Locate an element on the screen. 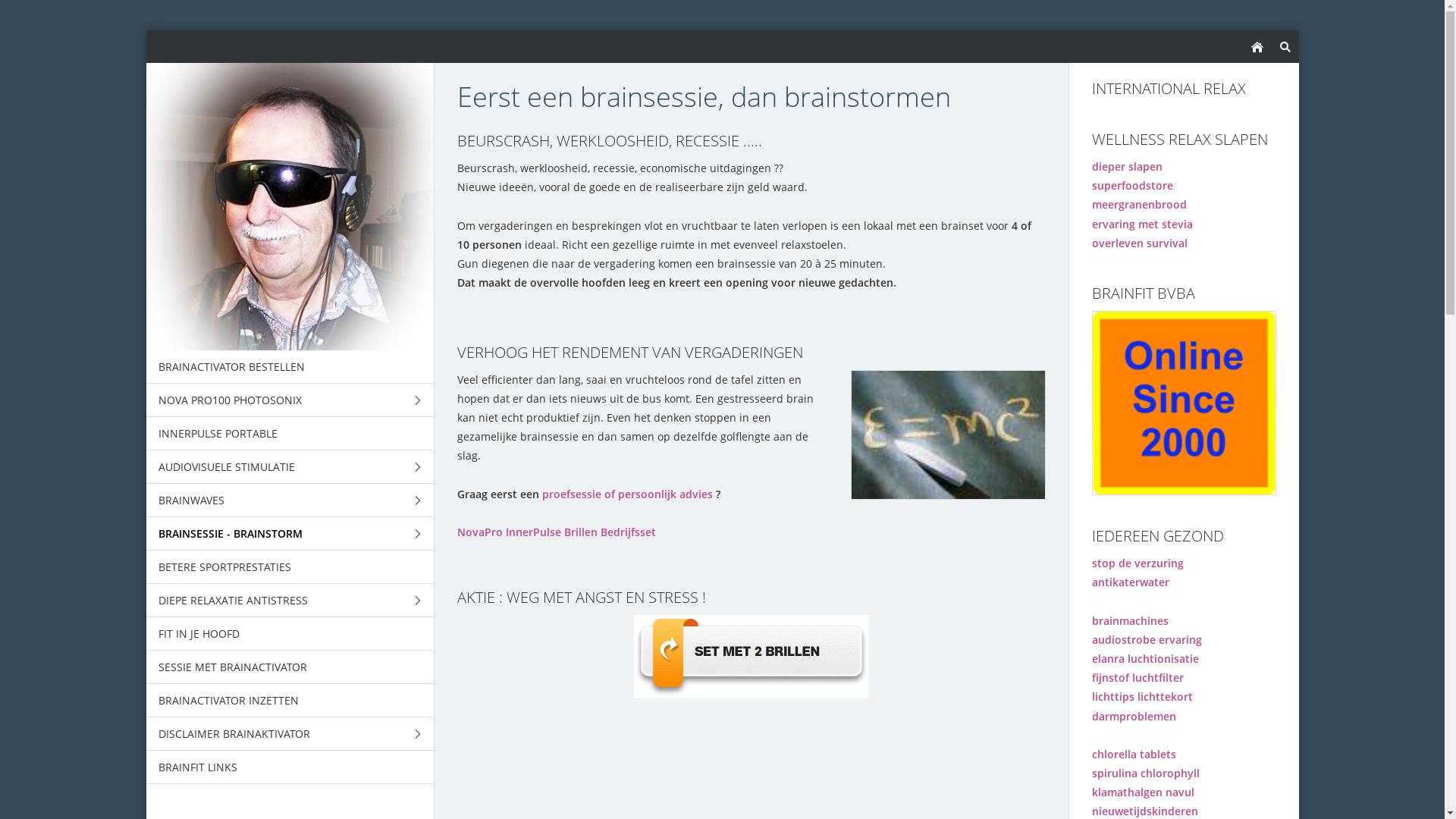 Image resolution: width=1456 pixels, height=819 pixels. 'Brillen' is located at coordinates (580, 531).